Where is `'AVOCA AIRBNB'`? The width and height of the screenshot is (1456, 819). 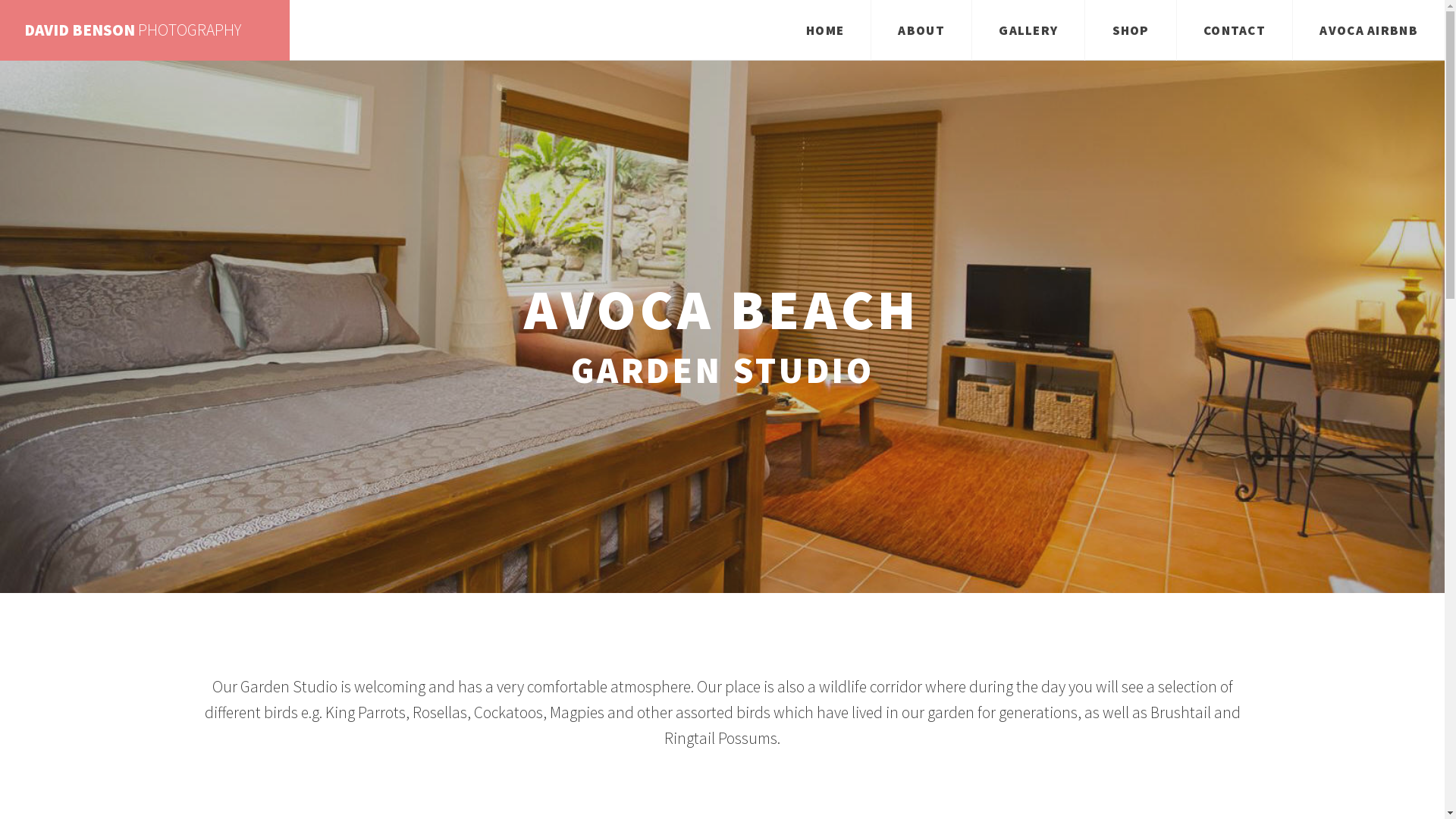 'AVOCA AIRBNB' is located at coordinates (1368, 30).